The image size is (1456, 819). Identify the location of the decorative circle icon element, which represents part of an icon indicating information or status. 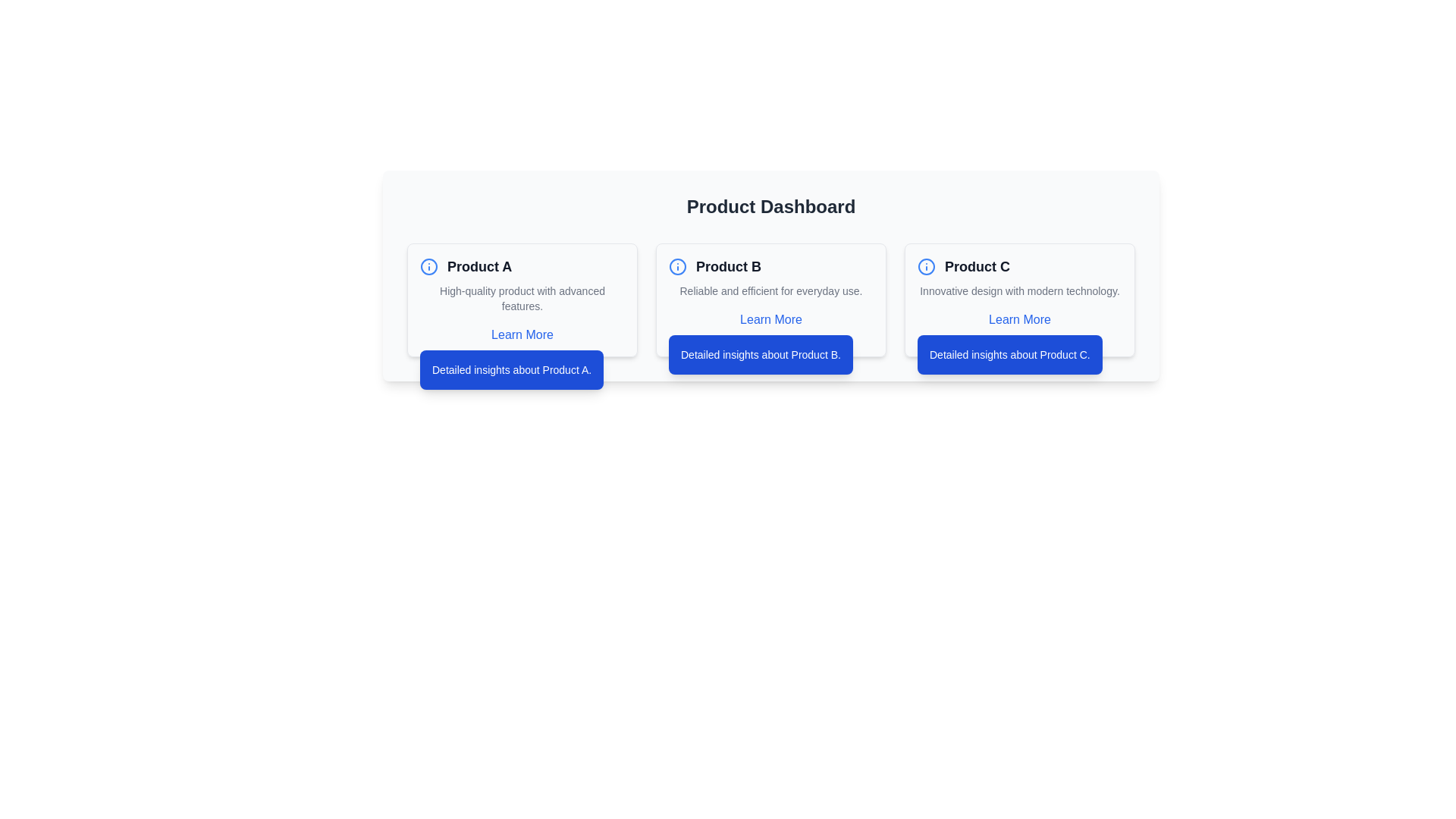
(926, 265).